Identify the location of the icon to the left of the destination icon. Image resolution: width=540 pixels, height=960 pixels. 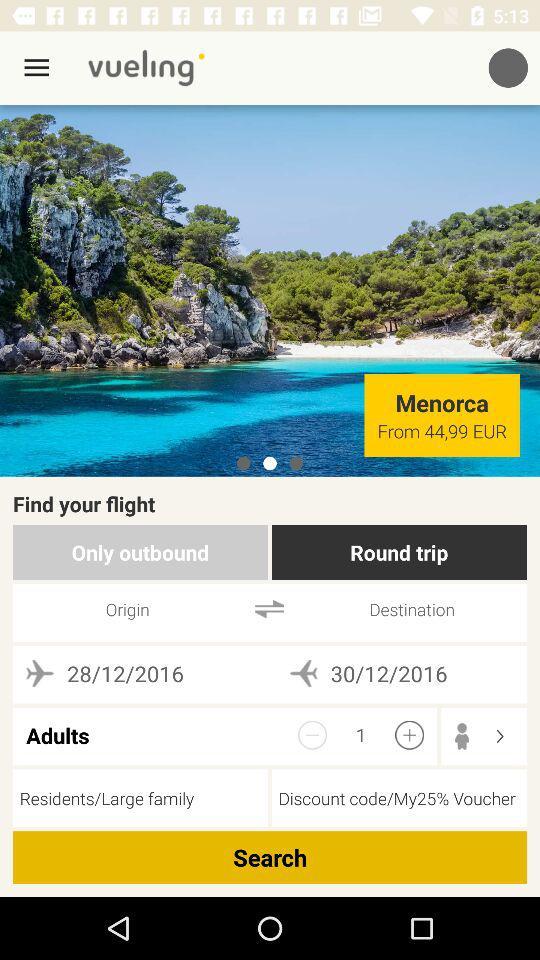
(269, 608).